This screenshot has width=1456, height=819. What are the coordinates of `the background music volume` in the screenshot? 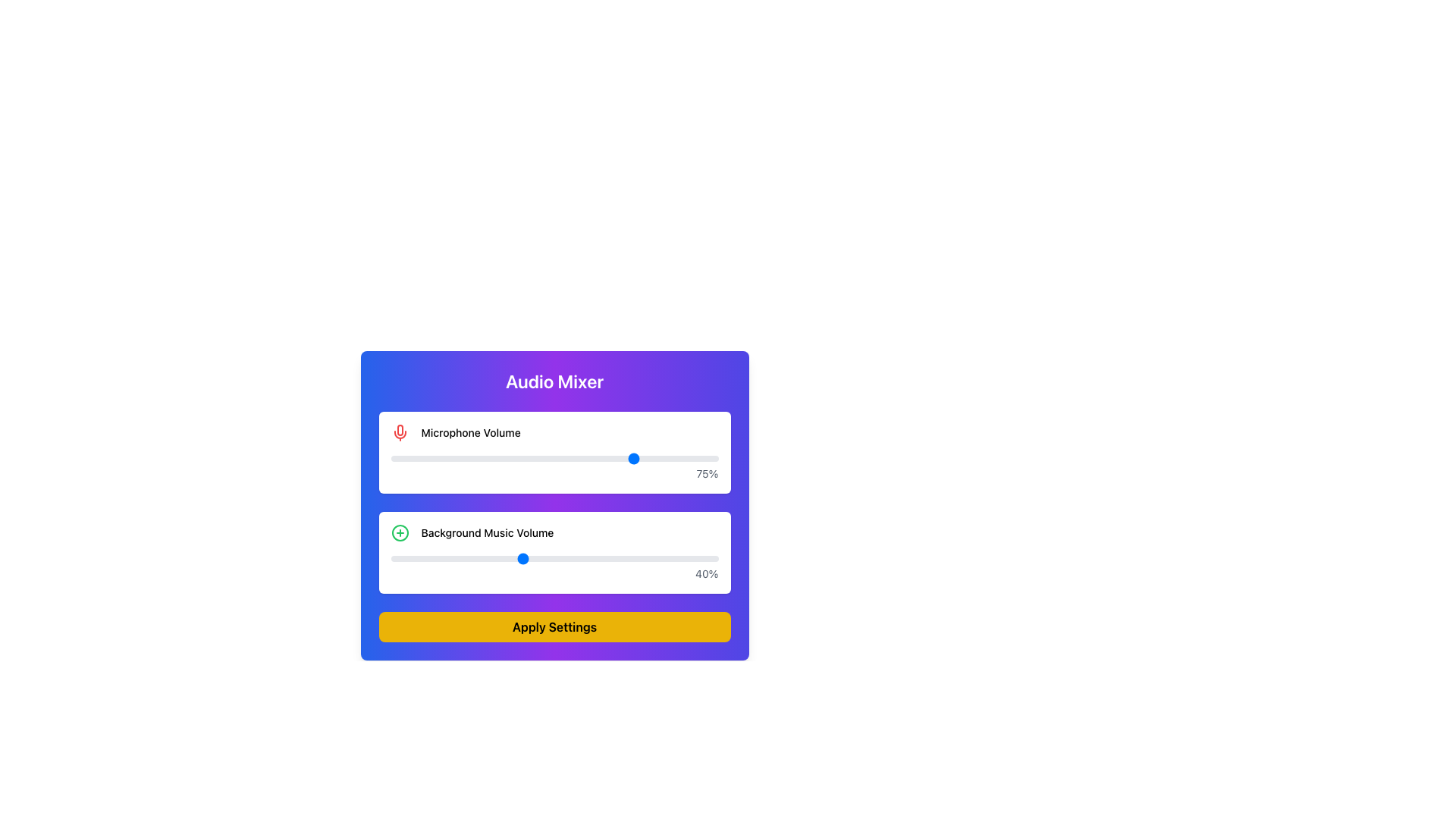 It's located at (505, 558).